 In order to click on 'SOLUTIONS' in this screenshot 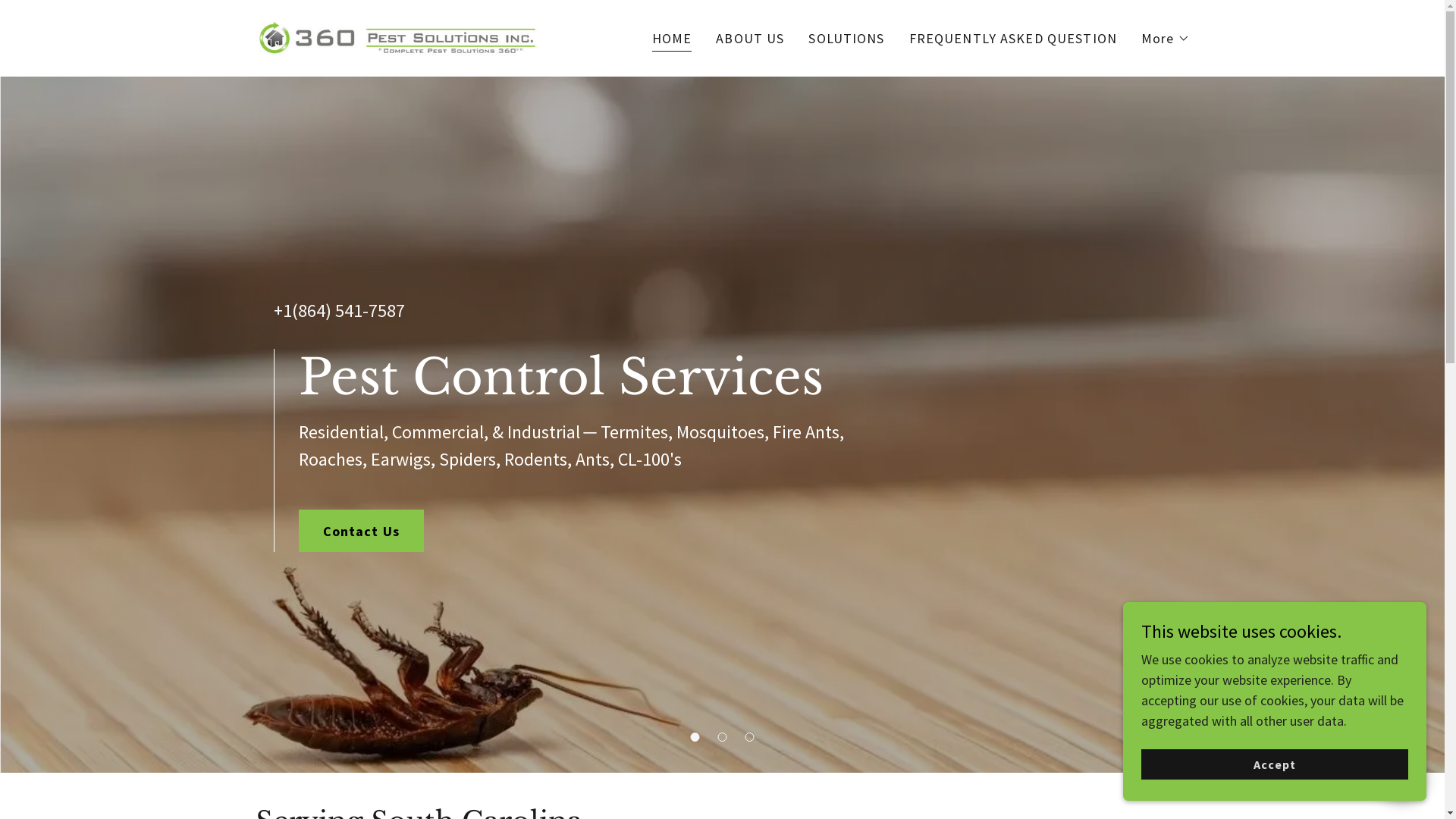, I will do `click(846, 37)`.